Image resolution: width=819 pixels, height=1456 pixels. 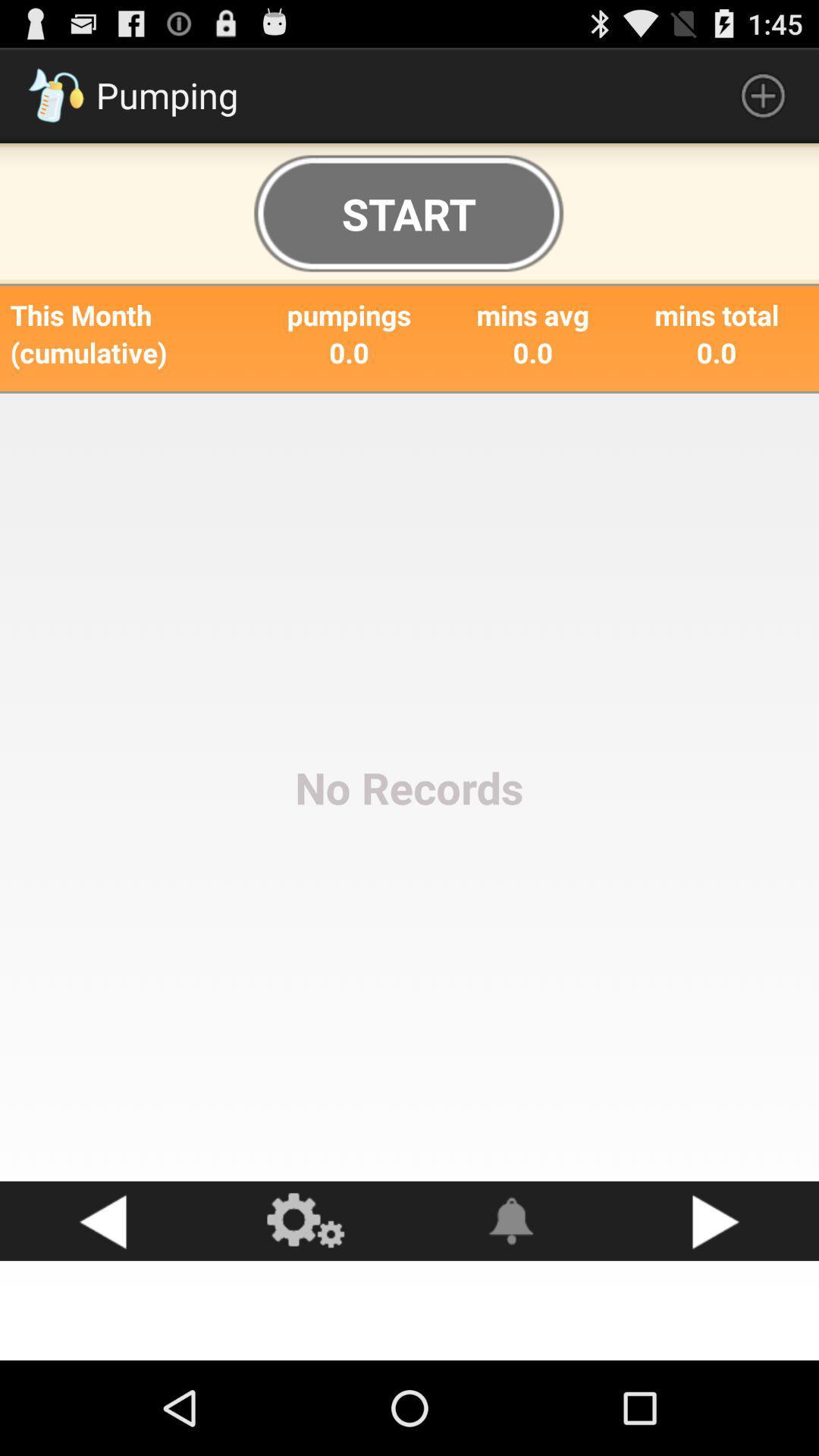 I want to click on alarm, so click(x=512, y=1221).